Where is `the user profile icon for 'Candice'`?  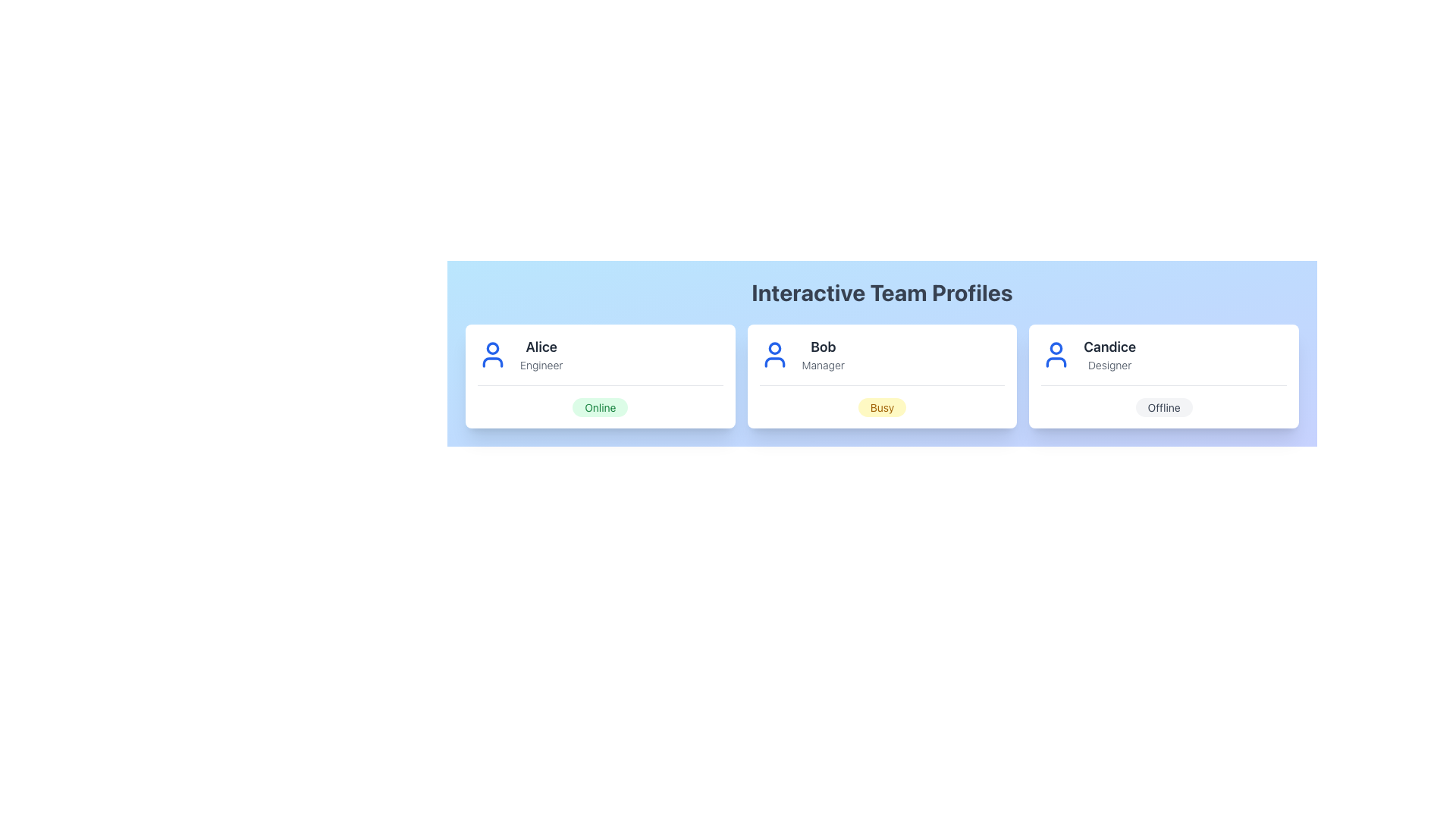 the user profile icon for 'Candice' is located at coordinates (1056, 354).